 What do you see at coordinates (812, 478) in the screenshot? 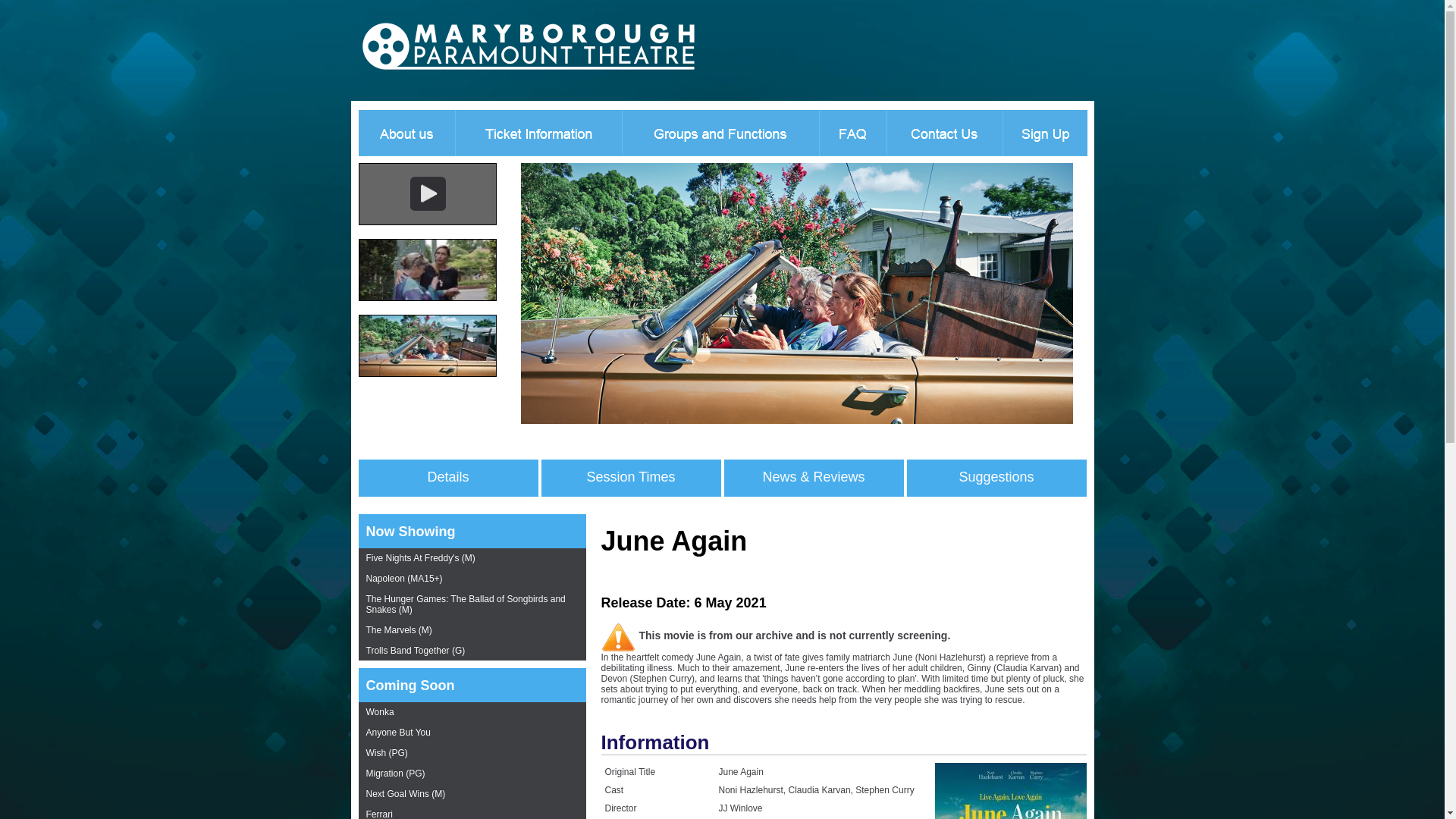
I see `'News & Reviews'` at bounding box center [812, 478].